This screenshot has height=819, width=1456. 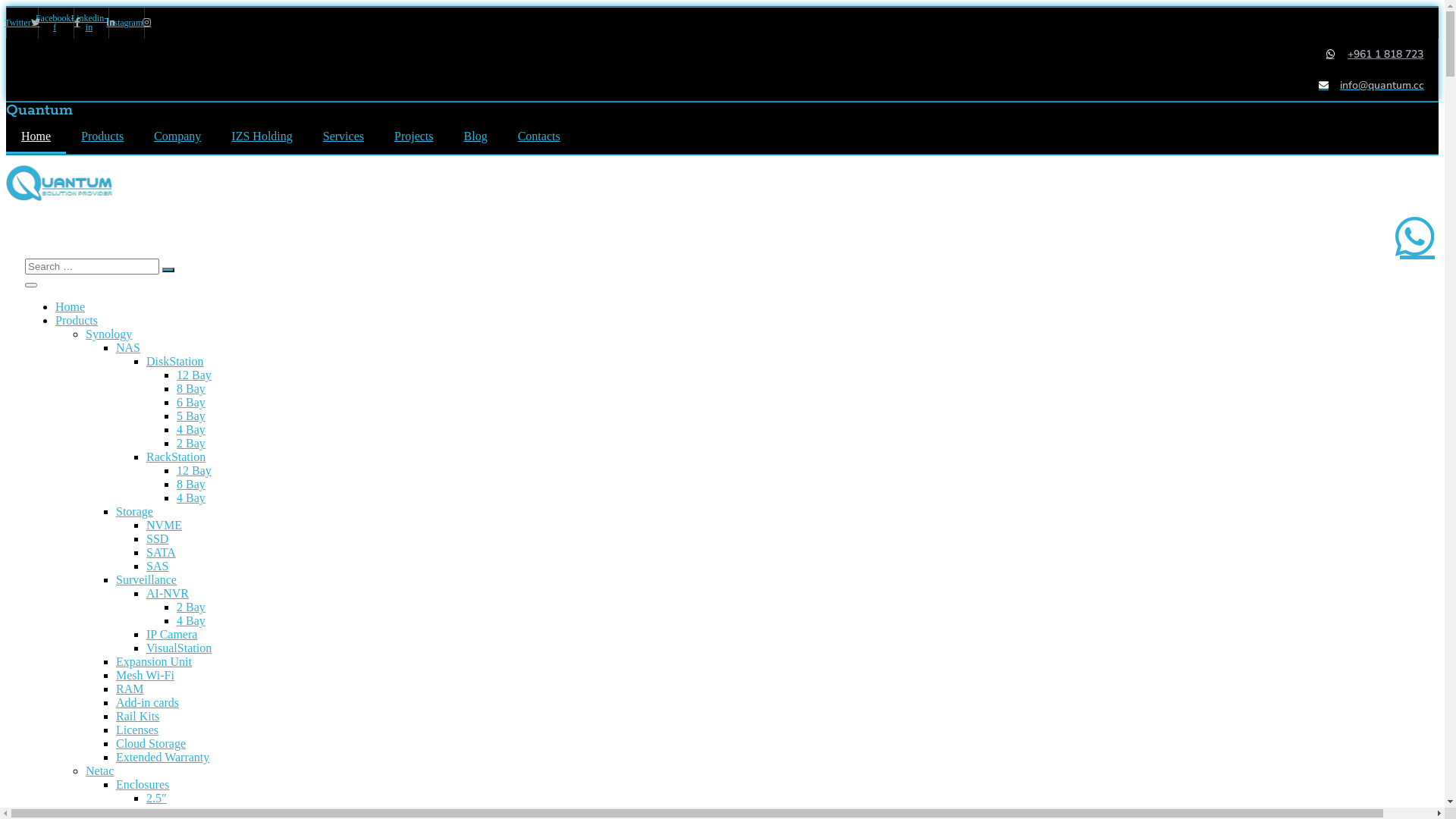 I want to click on 'Instagram', so click(x=111, y=23).